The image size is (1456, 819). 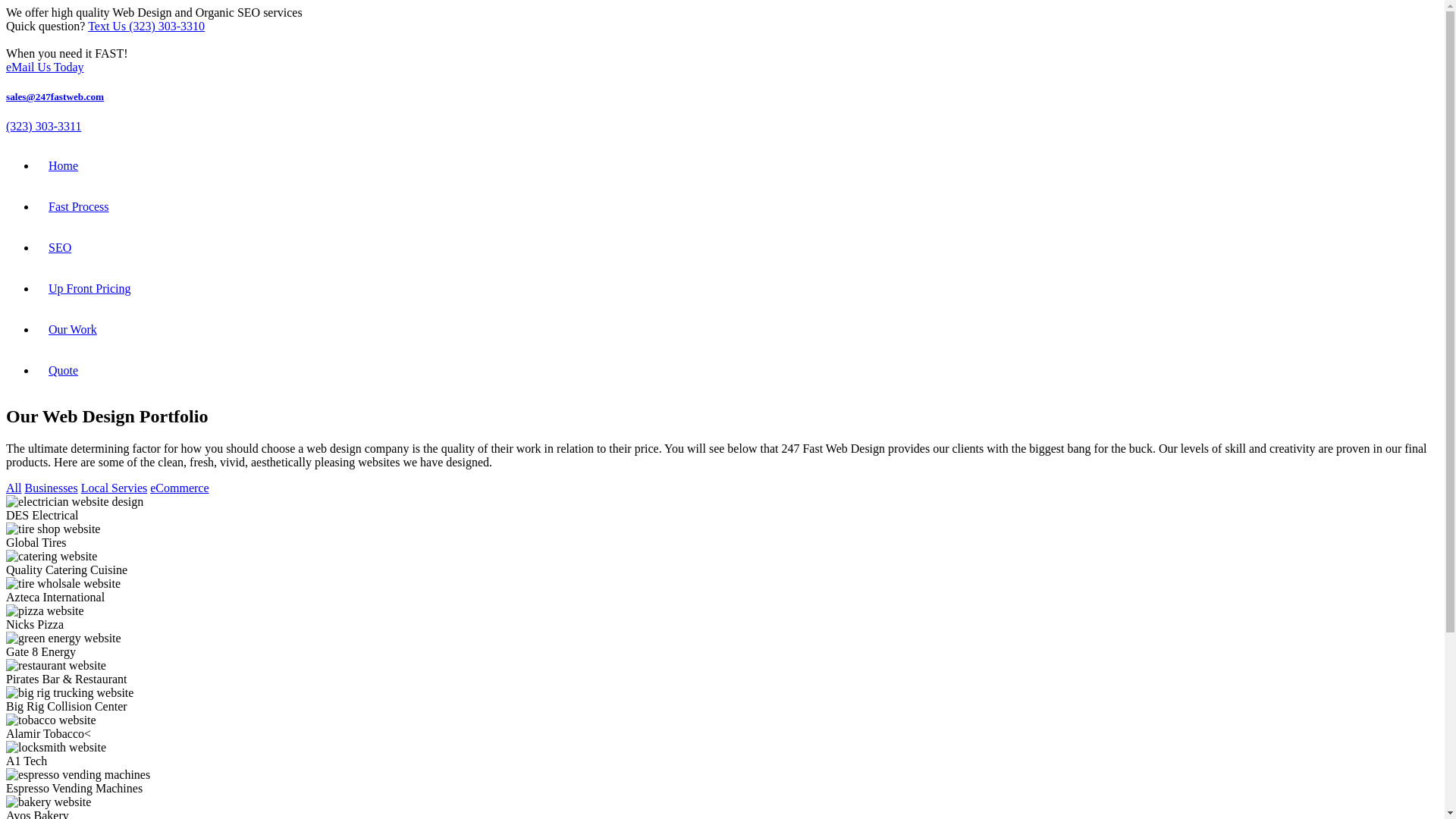 I want to click on 'Quote', so click(x=62, y=370).